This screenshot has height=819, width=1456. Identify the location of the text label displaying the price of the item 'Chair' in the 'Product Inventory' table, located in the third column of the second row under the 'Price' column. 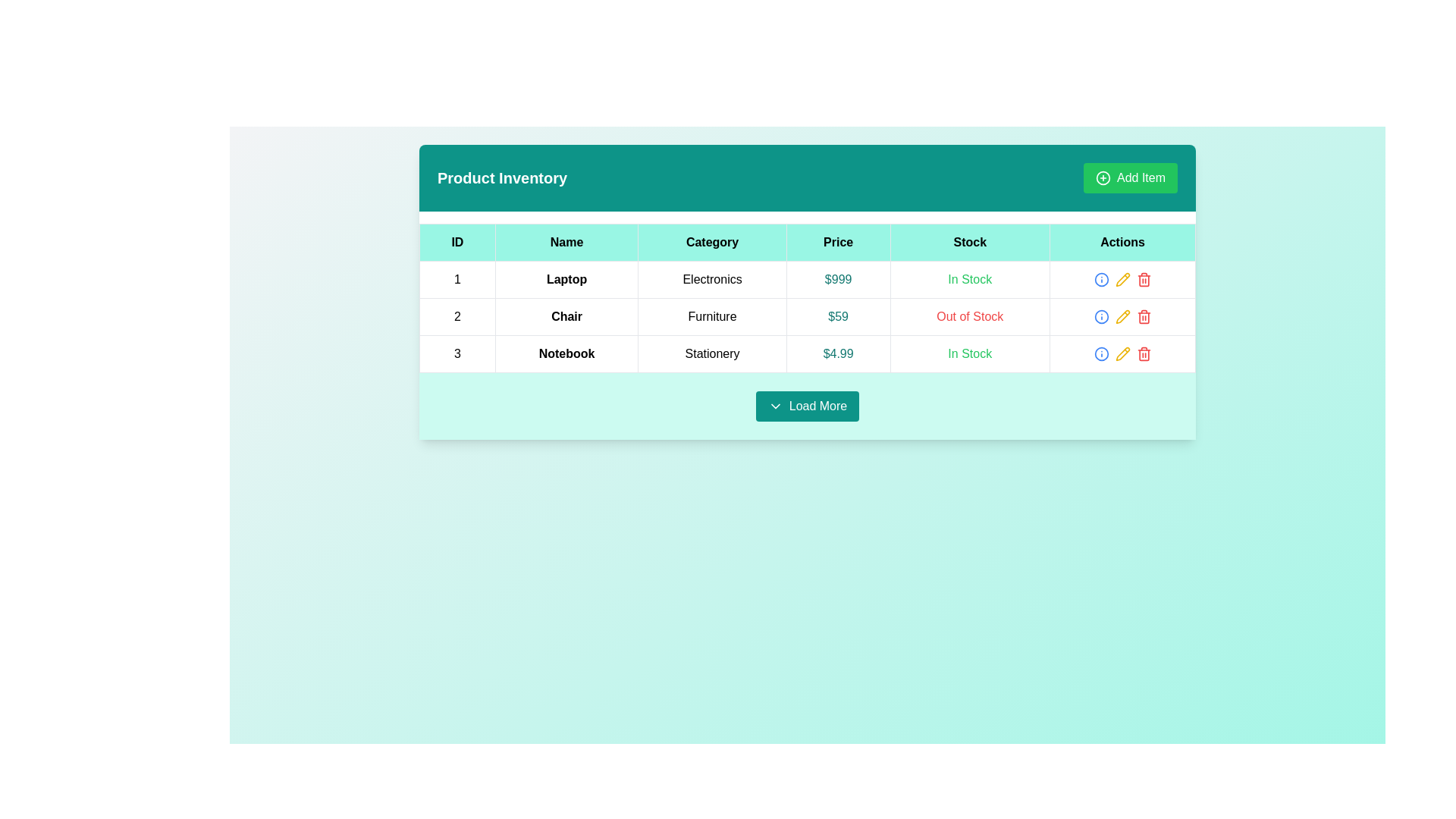
(837, 315).